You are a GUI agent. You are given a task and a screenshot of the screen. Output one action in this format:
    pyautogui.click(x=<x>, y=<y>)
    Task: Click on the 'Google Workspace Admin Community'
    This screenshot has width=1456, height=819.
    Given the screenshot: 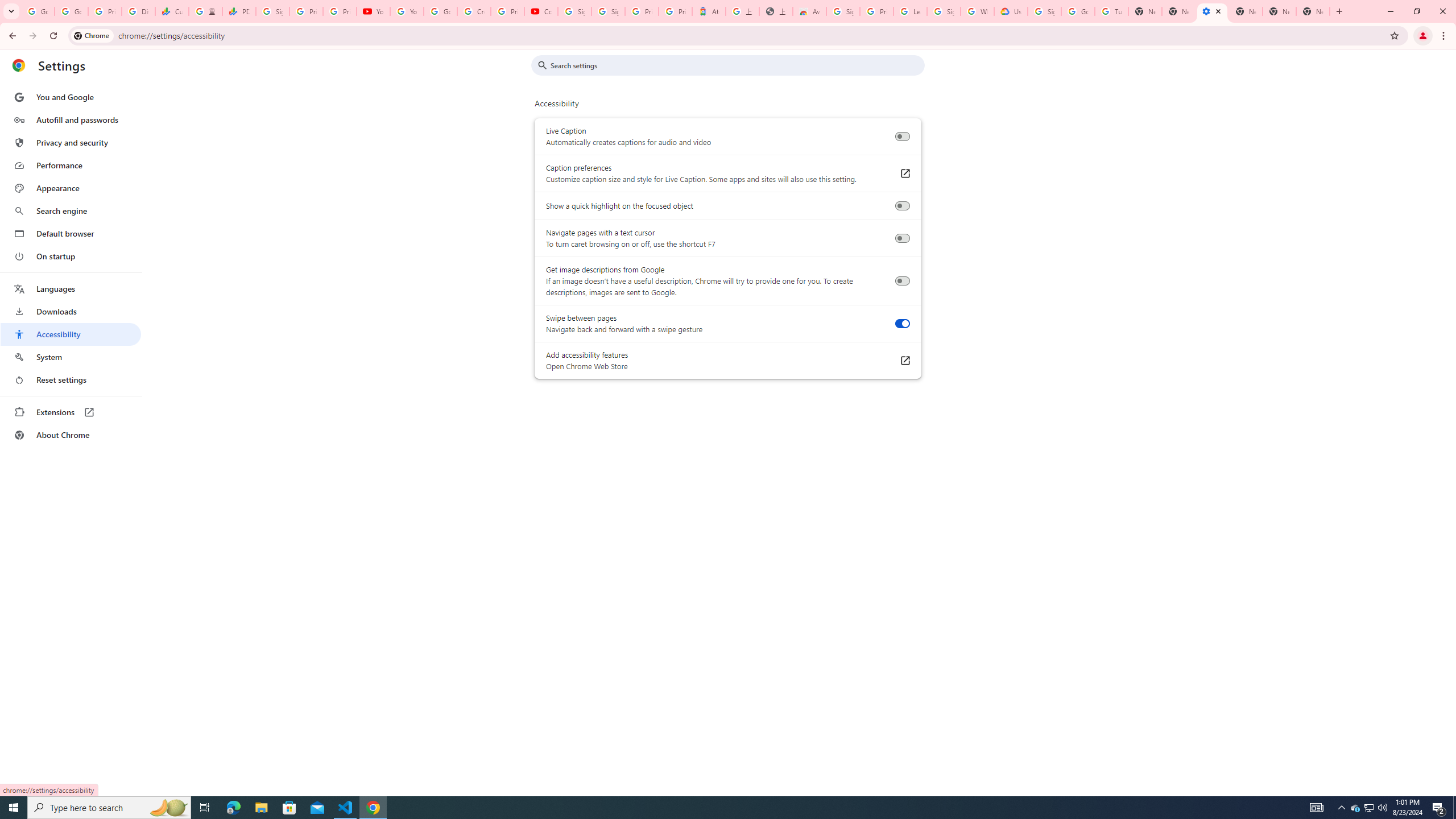 What is the action you would take?
    pyautogui.click(x=37, y=11)
    